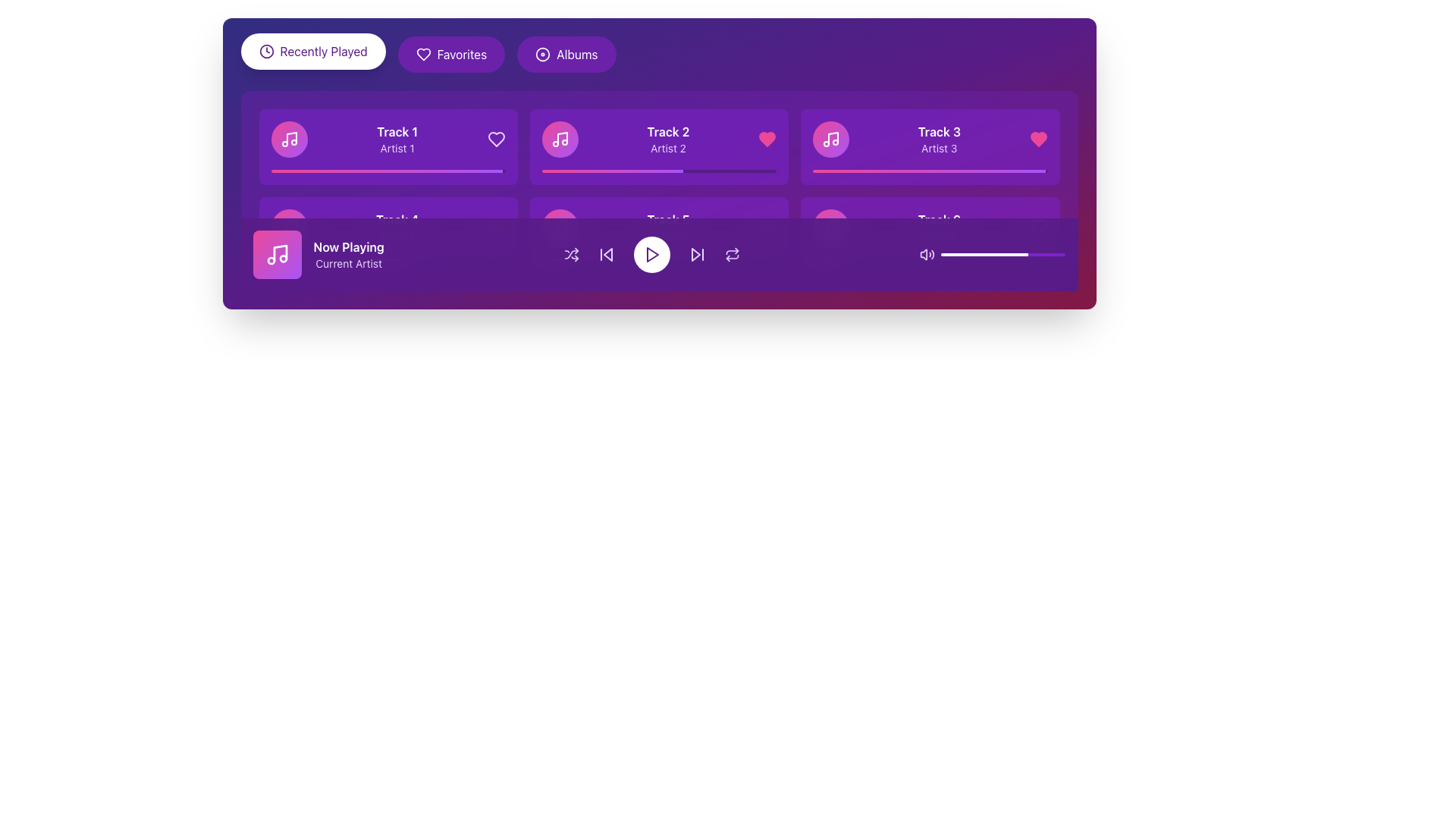 This screenshot has height=819, width=1456. Describe the element at coordinates (266, 51) in the screenshot. I see `the SVG icon located inside the 'Recently Played' button, positioned to the left of the text 'Recently Played'` at that location.